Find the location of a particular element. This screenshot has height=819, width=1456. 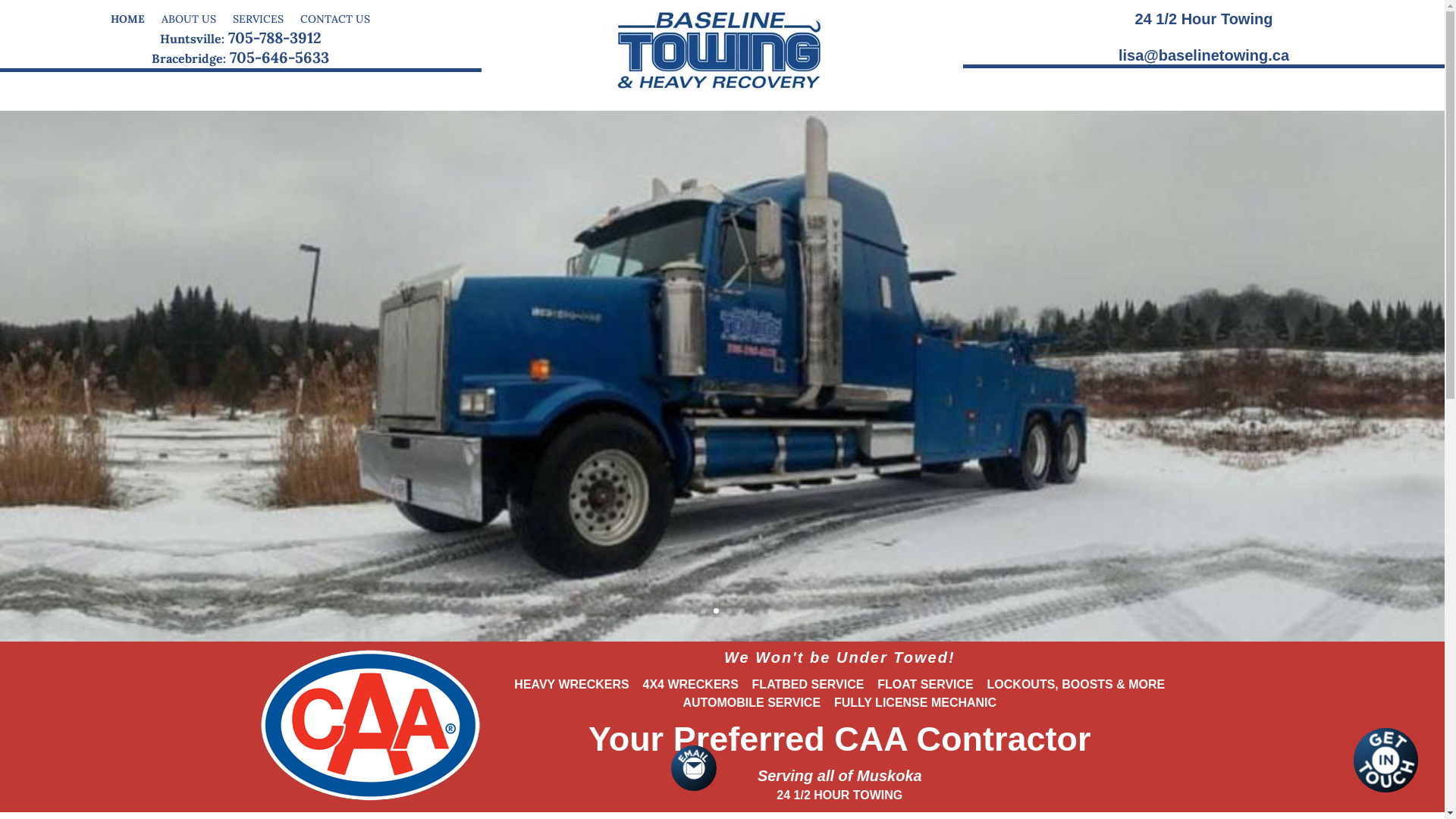

'SERVICES' is located at coordinates (258, 14).